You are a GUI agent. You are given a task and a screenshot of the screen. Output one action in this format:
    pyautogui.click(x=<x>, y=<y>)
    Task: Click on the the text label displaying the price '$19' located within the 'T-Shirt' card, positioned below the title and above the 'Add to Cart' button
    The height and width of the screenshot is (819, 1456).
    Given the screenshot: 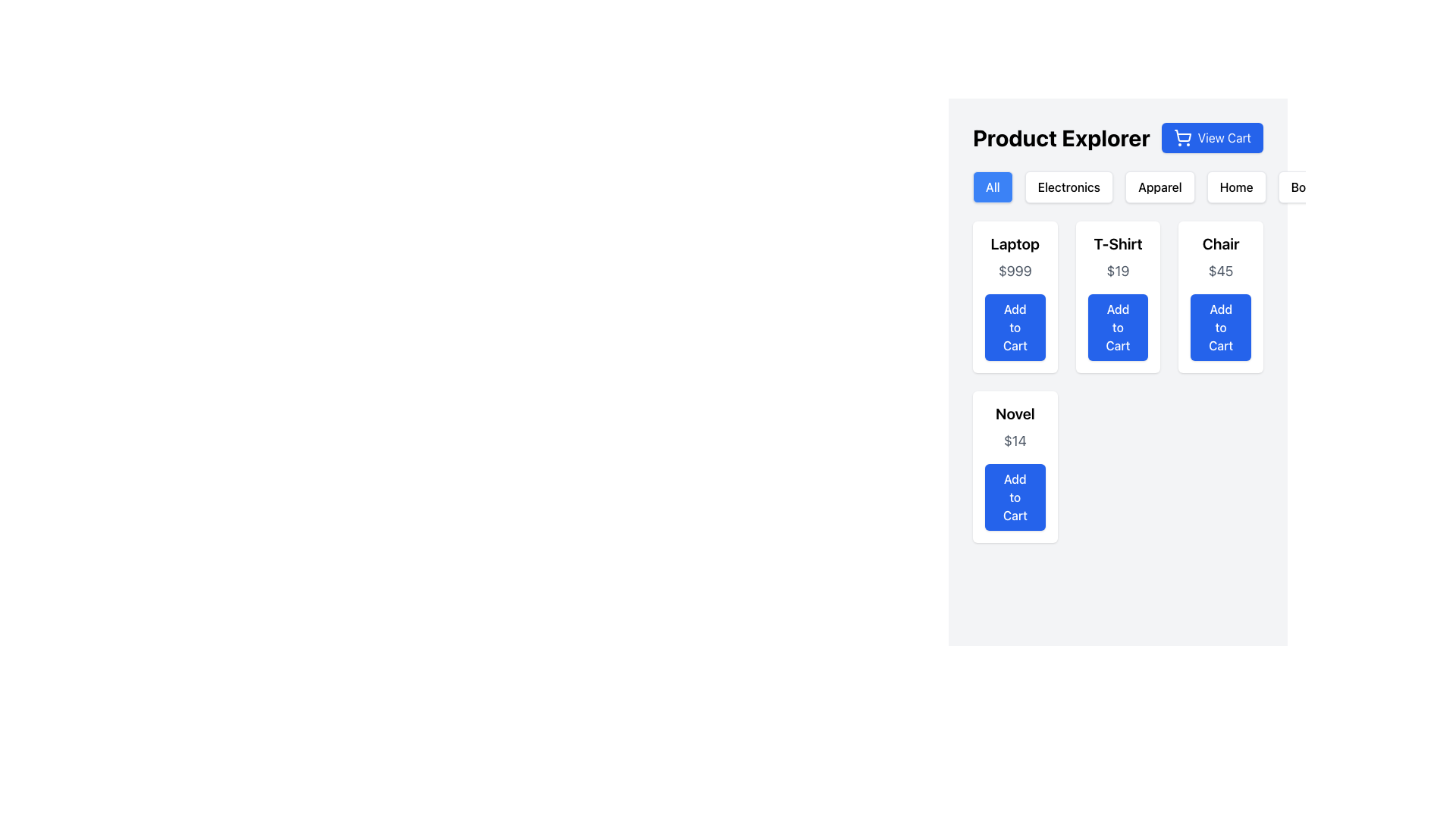 What is the action you would take?
    pyautogui.click(x=1118, y=271)
    